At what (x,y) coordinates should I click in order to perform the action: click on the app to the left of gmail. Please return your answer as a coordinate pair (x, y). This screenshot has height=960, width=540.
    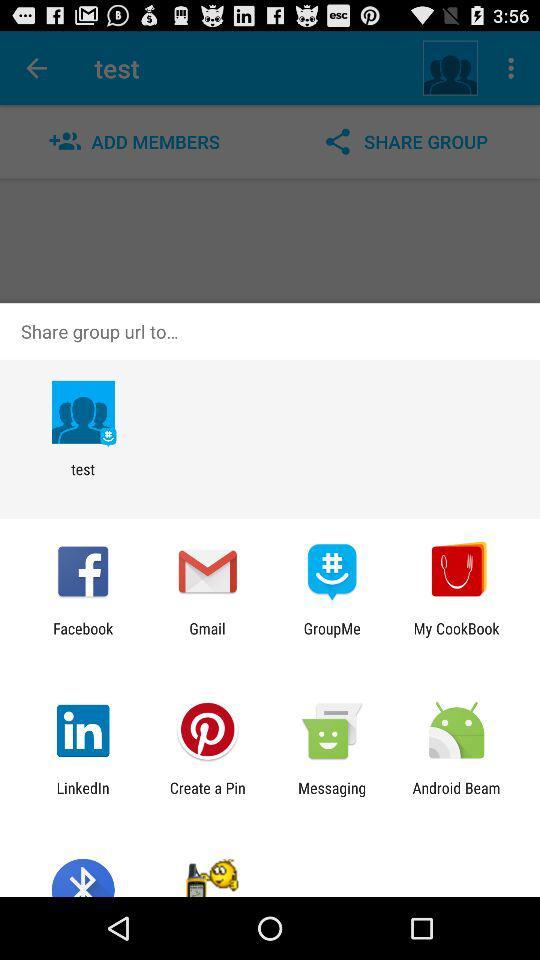
    Looking at the image, I should click on (82, 636).